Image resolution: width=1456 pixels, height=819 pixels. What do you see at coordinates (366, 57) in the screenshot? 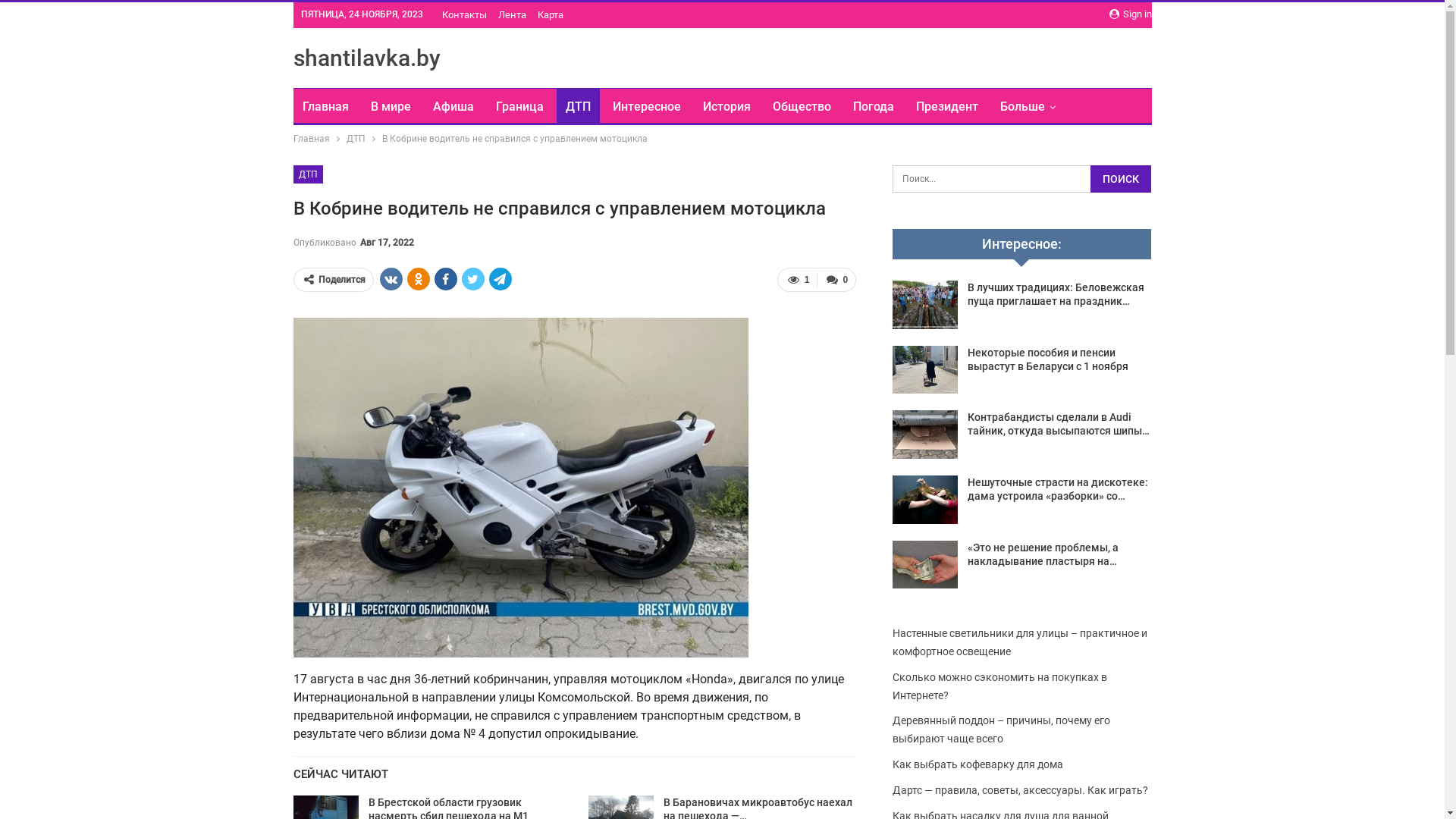
I see `'shantilavka.by'` at bounding box center [366, 57].